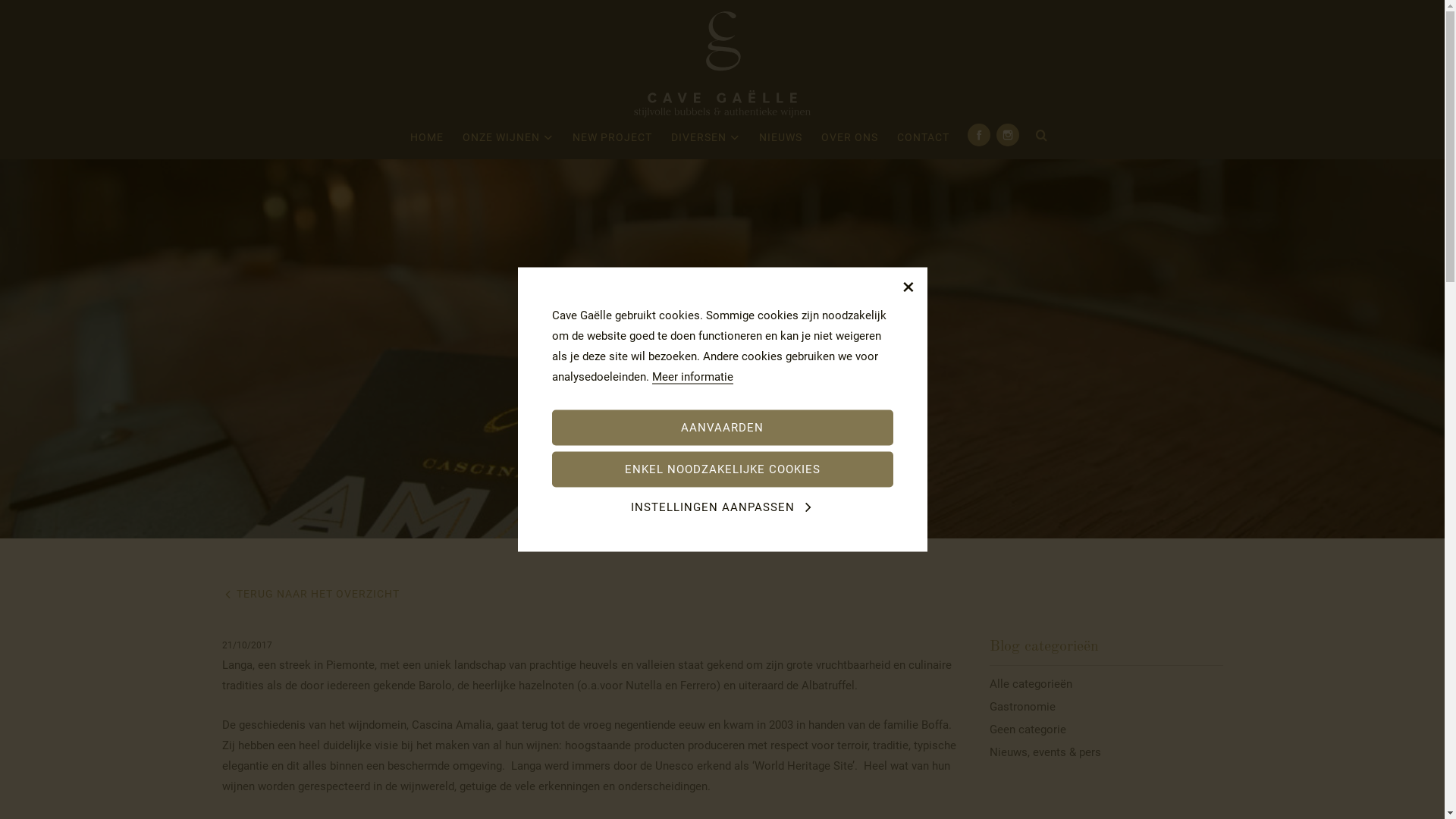 The image size is (1456, 819). I want to click on 'NEW PROJECT', so click(612, 140).